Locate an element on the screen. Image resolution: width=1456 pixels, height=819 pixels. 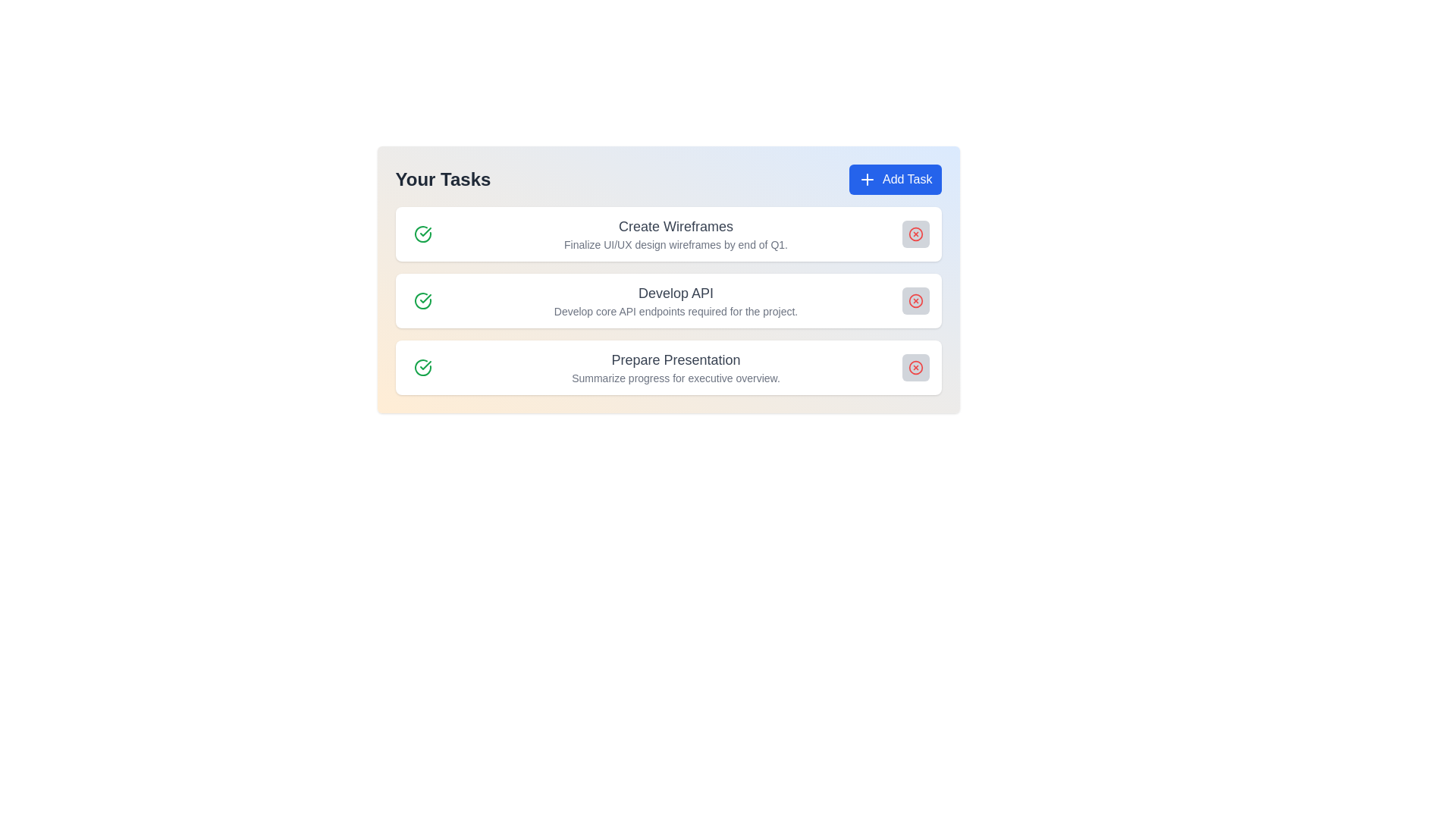
the button located at the far-right of the 'Prepare Presentation' task row is located at coordinates (915, 368).